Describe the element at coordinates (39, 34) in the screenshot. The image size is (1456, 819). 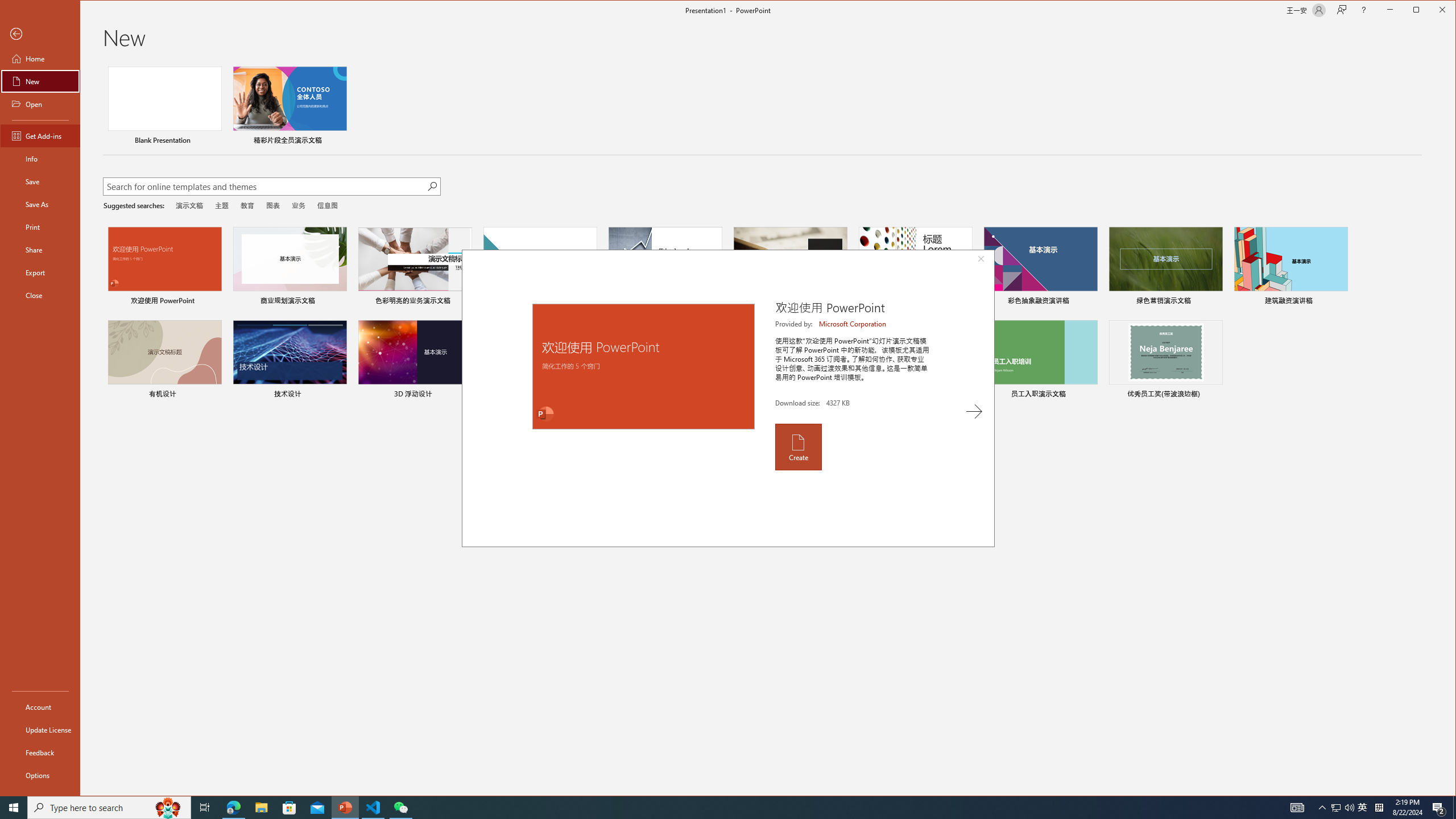
I see `'Back'` at that location.